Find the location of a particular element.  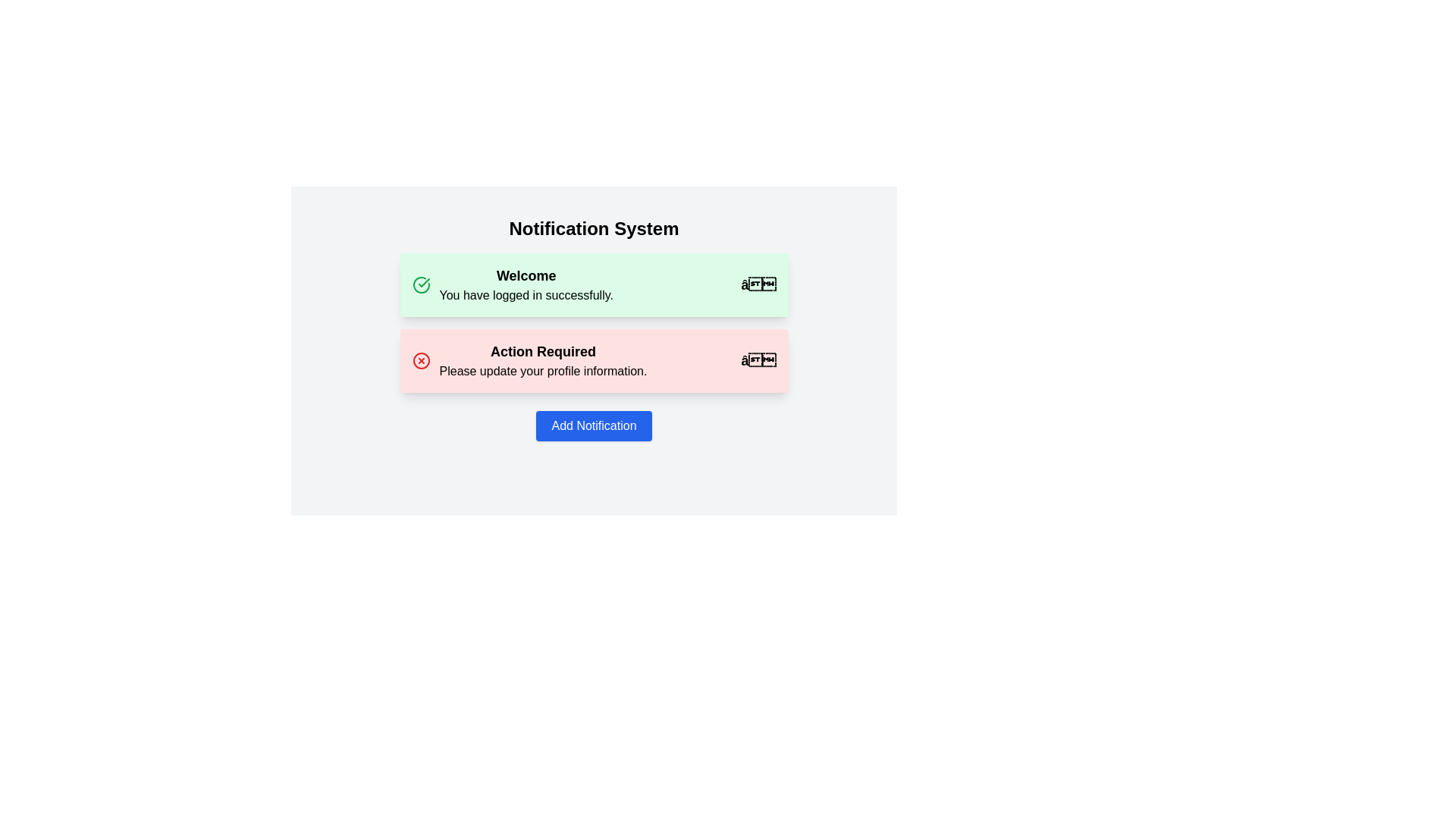

the circular icon with a red border and red 'X' symbol, located within the alert box with a red background, positioned on the left side of the text 'Action Required' is located at coordinates (421, 360).